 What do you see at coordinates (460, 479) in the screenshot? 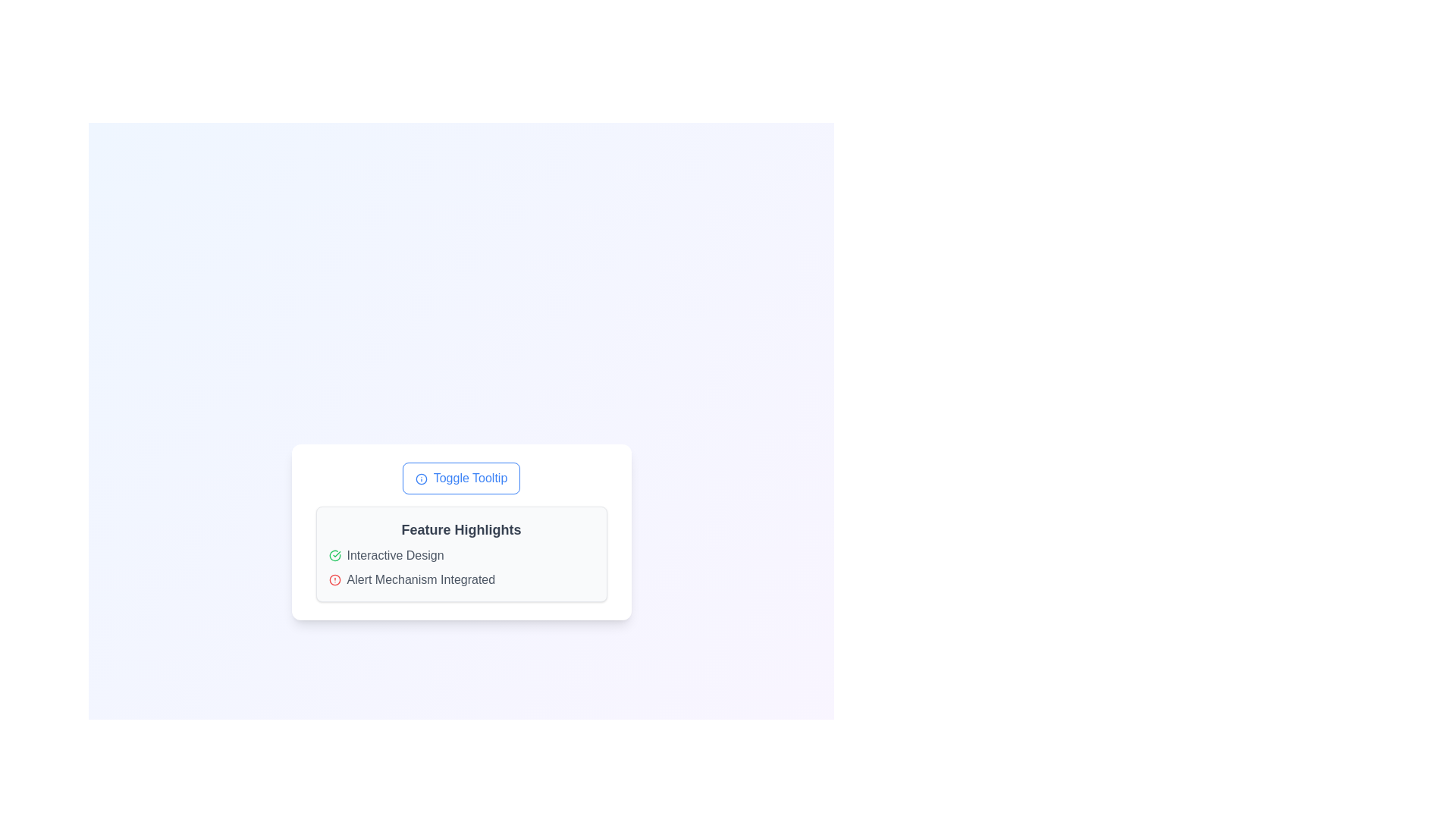
I see `the 'Toggle Tooltip' button, which has a blue border and rounded corners, to observe a style change` at bounding box center [460, 479].